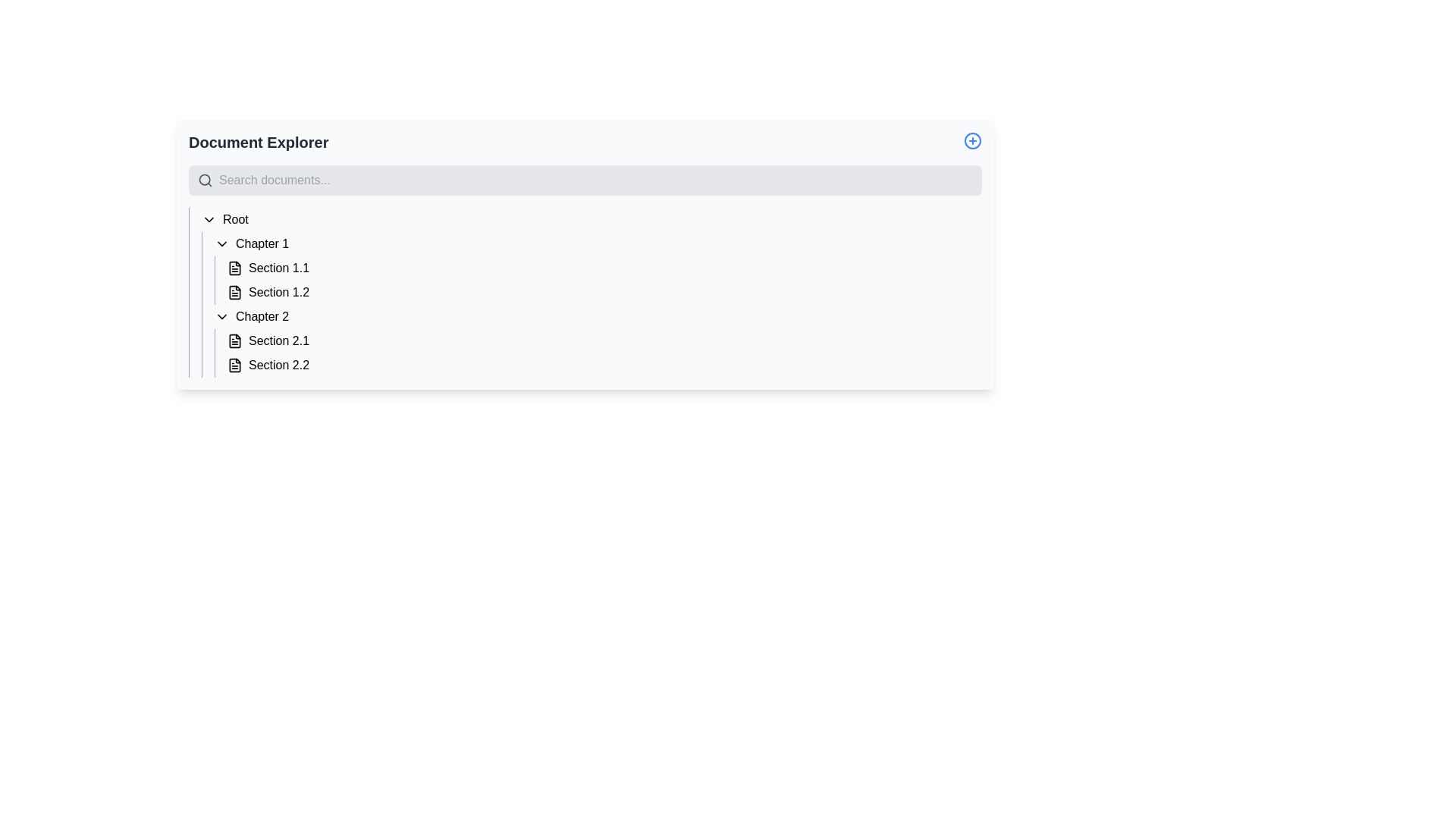  What do you see at coordinates (234, 268) in the screenshot?
I see `the document icon located at the far left of the row labeled 'Section 1.1'` at bounding box center [234, 268].